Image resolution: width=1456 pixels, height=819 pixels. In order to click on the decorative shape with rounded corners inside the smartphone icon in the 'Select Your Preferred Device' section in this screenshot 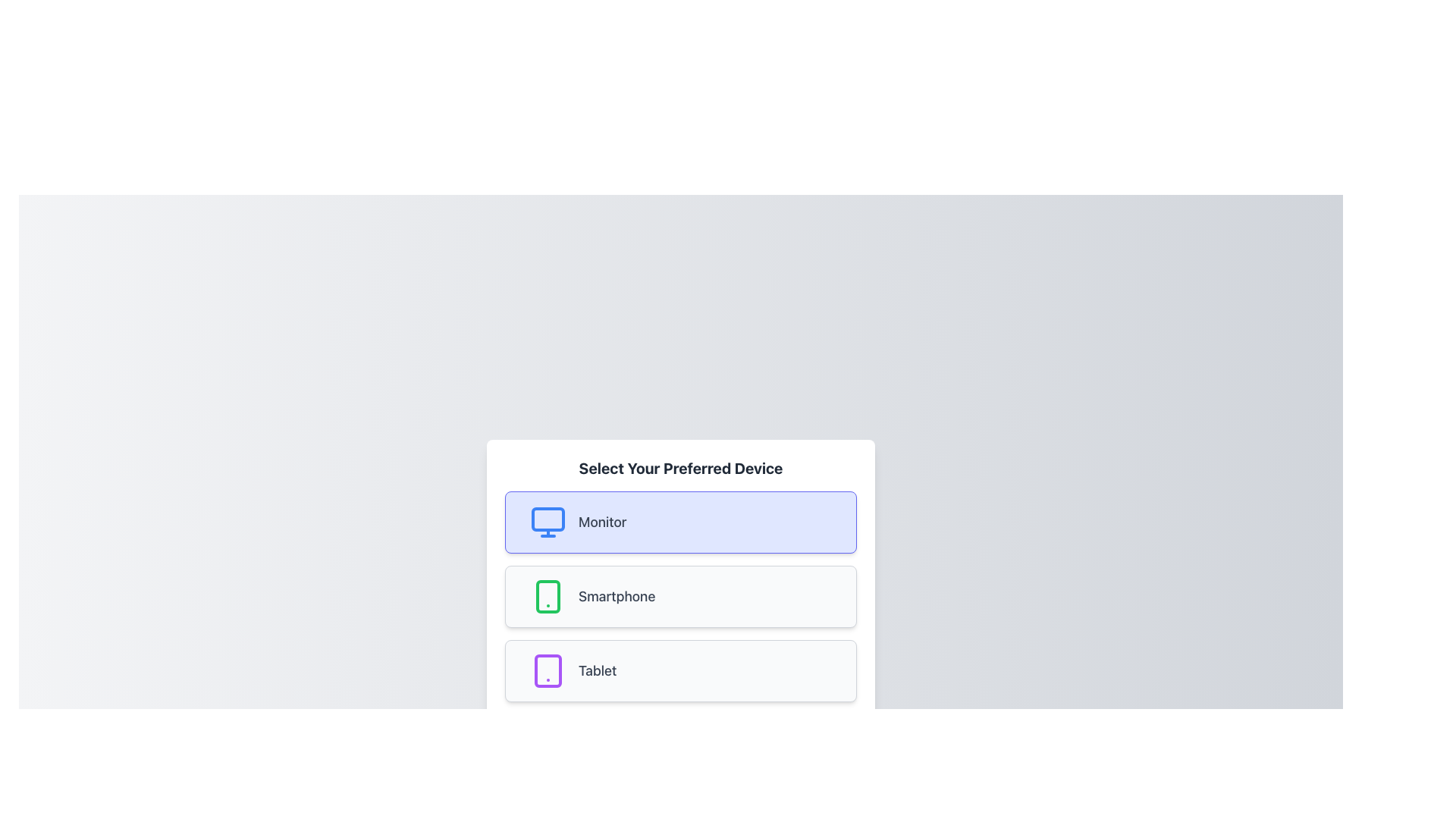, I will do `click(548, 595)`.